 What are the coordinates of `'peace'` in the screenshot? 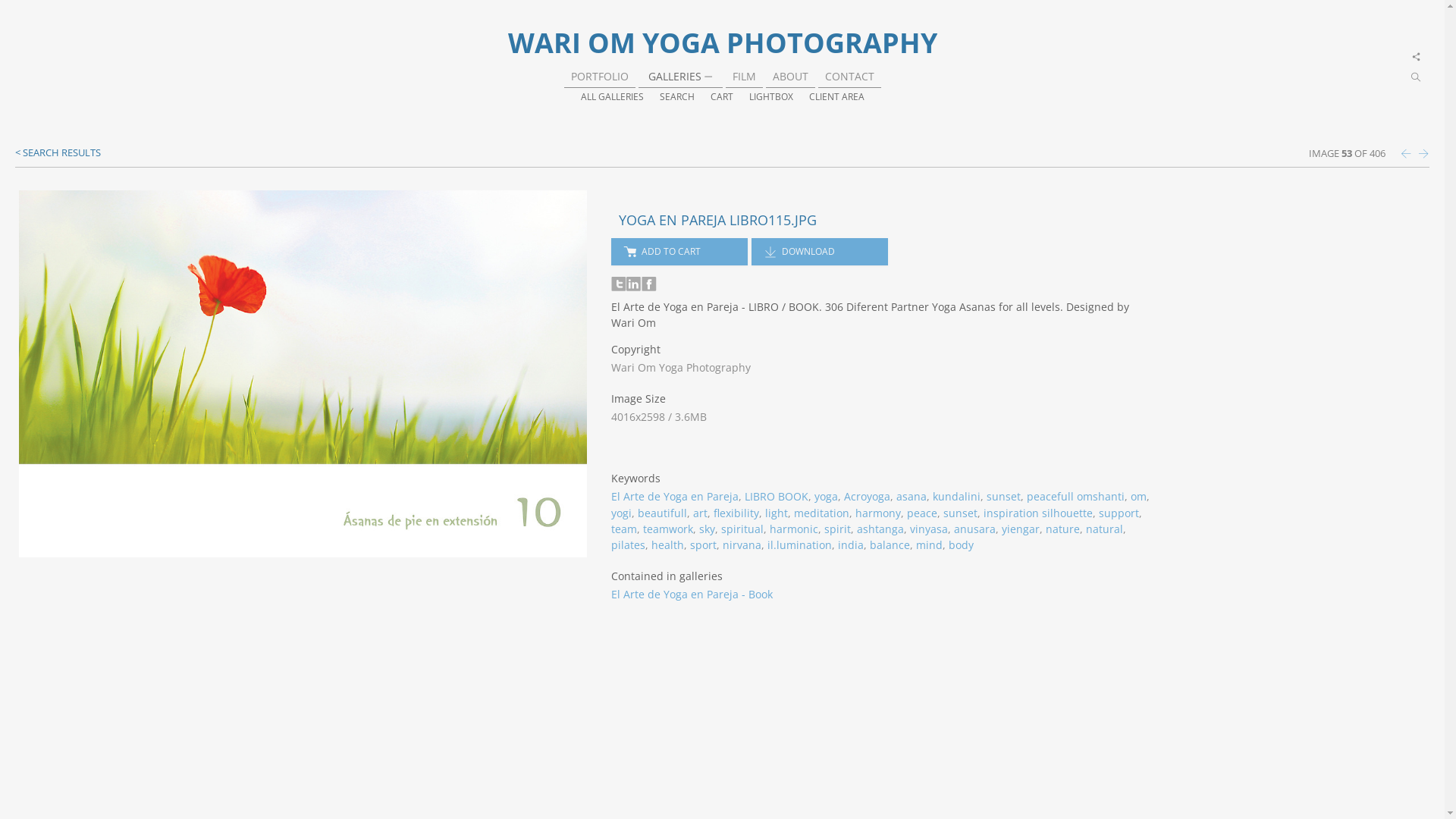 It's located at (921, 512).